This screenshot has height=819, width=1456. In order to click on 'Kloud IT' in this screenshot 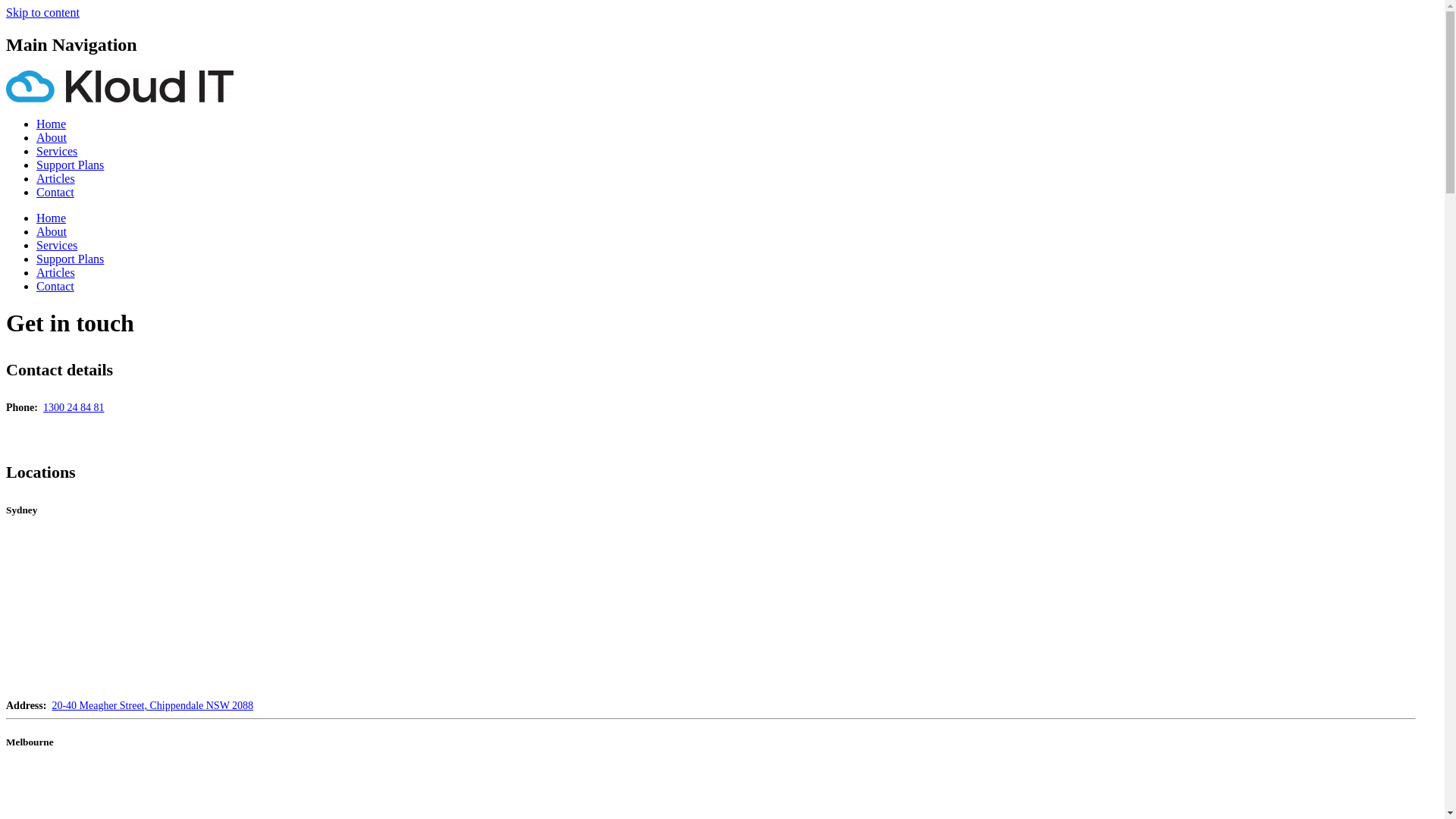, I will do `click(119, 98)`.